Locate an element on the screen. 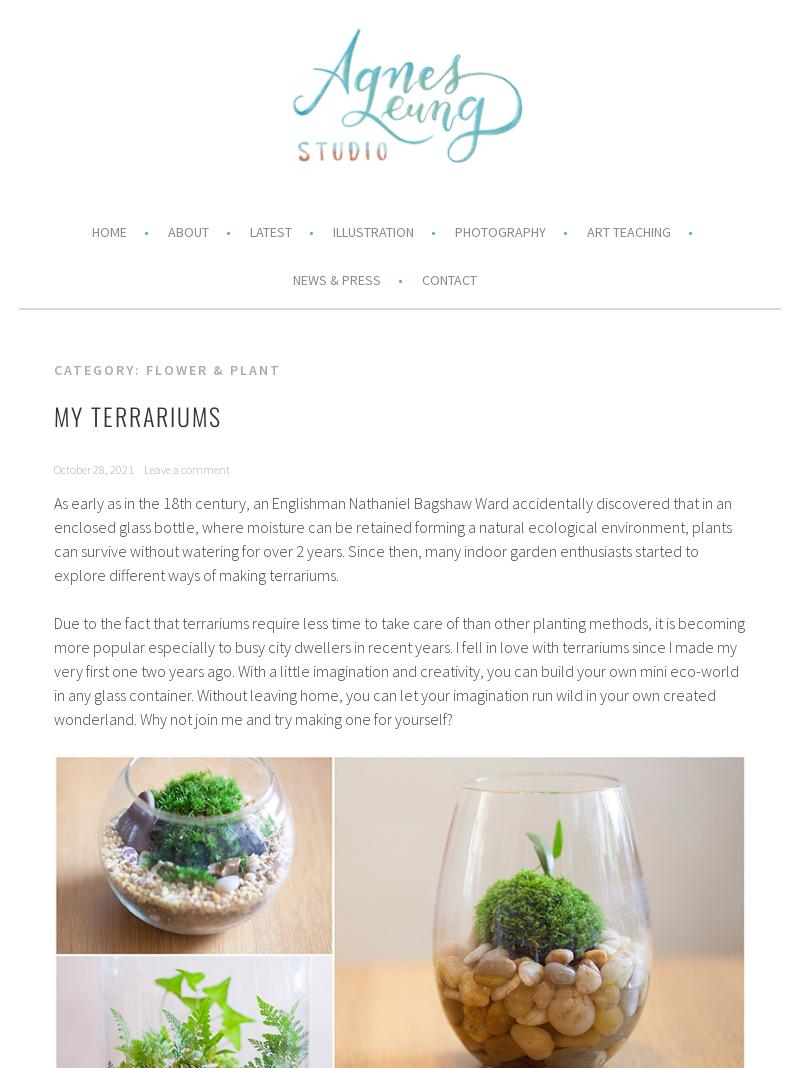 Image resolution: width=800 pixels, height=1068 pixels. 'Leave a comment' is located at coordinates (185, 468).